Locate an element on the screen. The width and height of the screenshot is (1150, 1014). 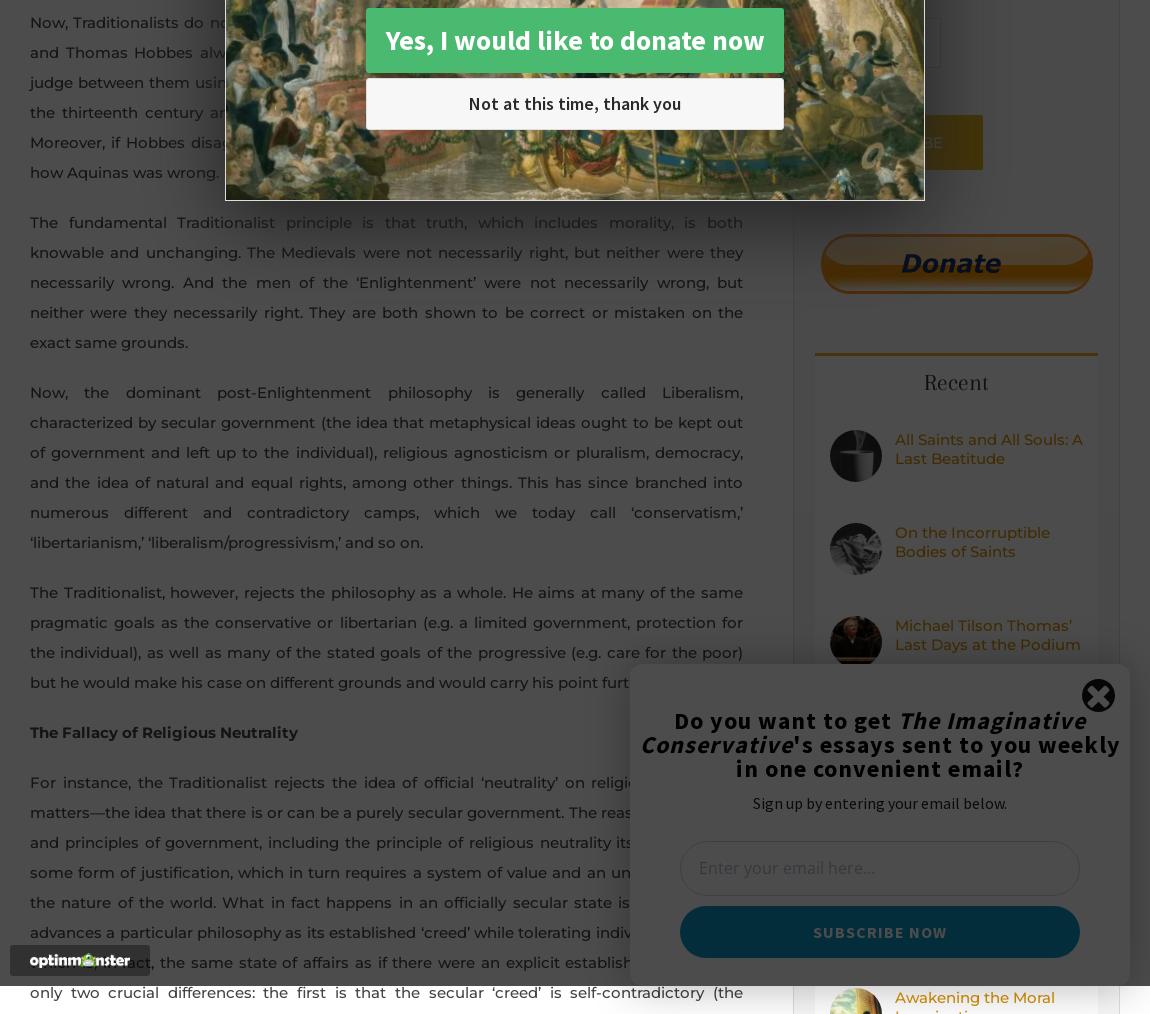
'Yes, I would like to donate now' is located at coordinates (574, 38).